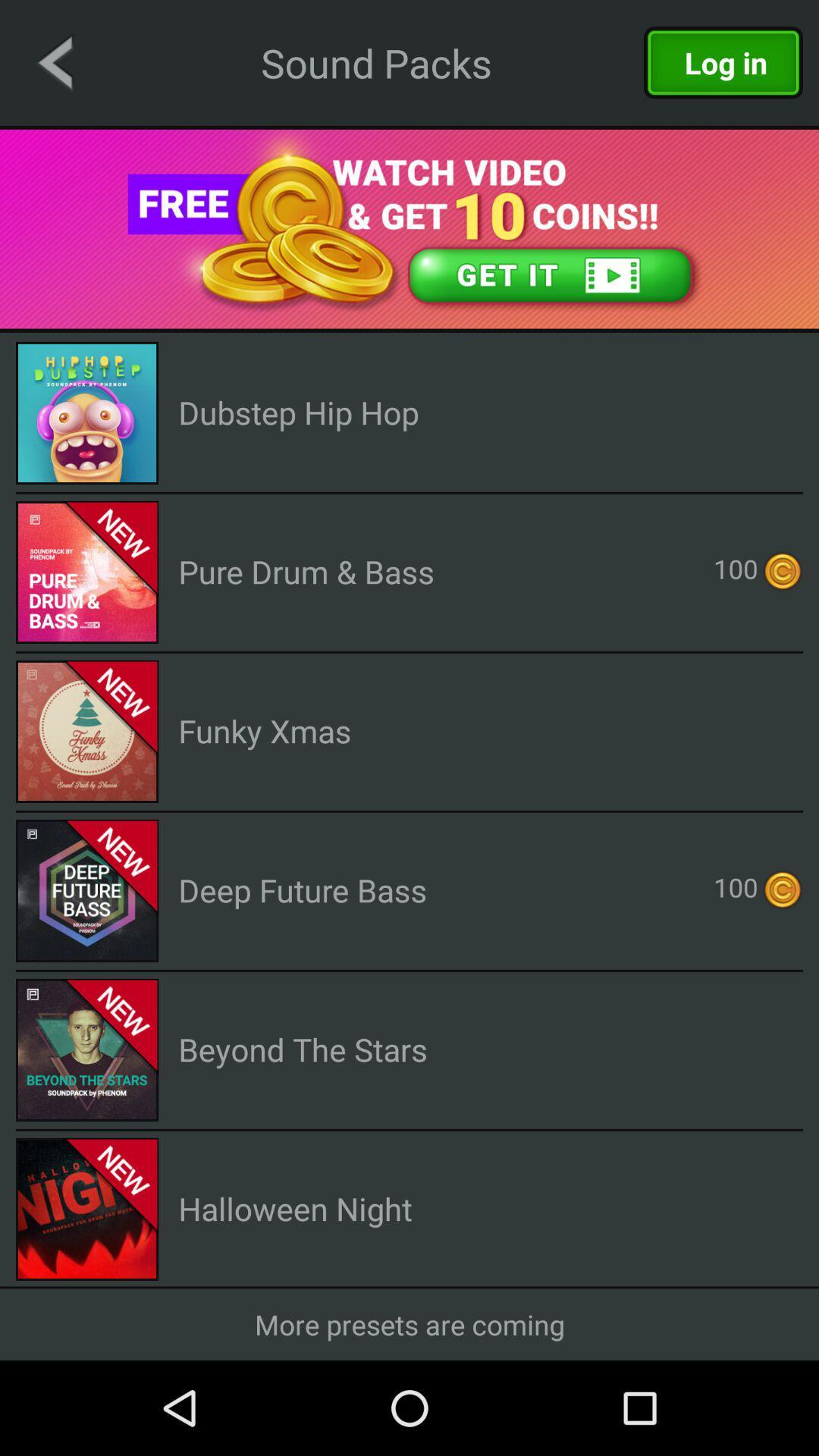 The width and height of the screenshot is (819, 1456). What do you see at coordinates (299, 412) in the screenshot?
I see `dubstep hip hop` at bounding box center [299, 412].